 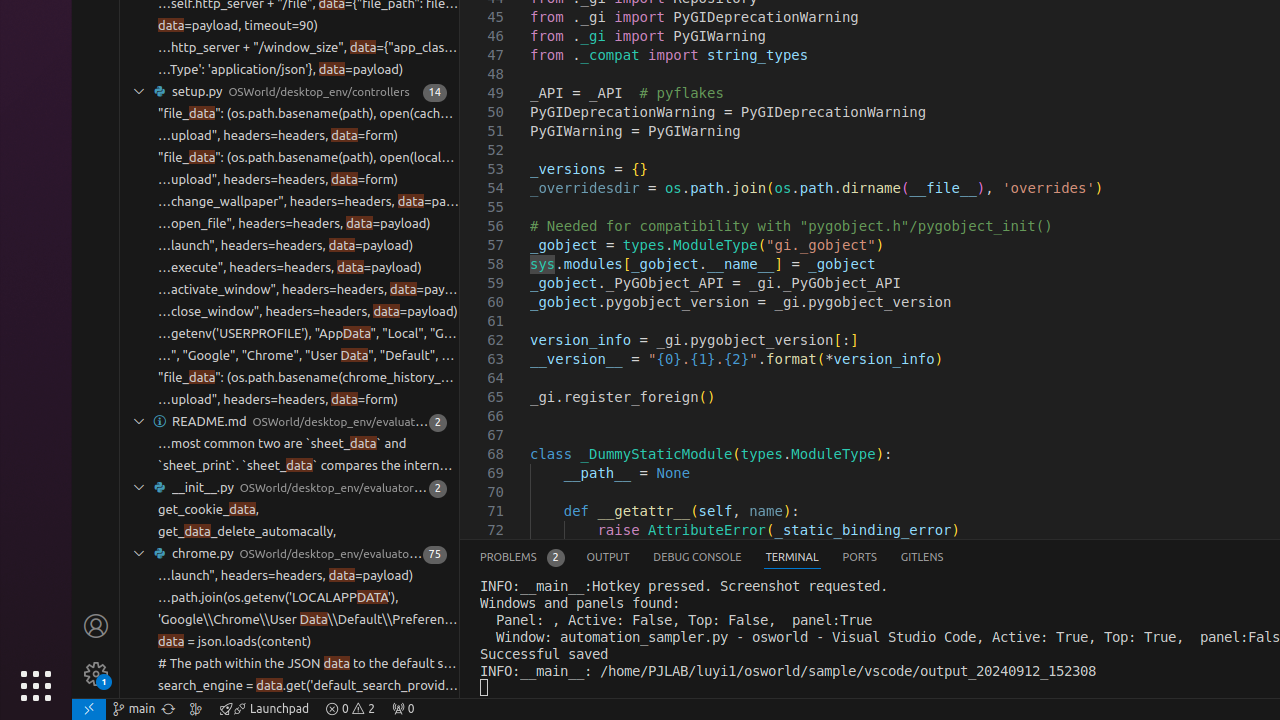 What do you see at coordinates (237, 25) in the screenshot?
I see `'data=payload, timeout=90)'` at bounding box center [237, 25].